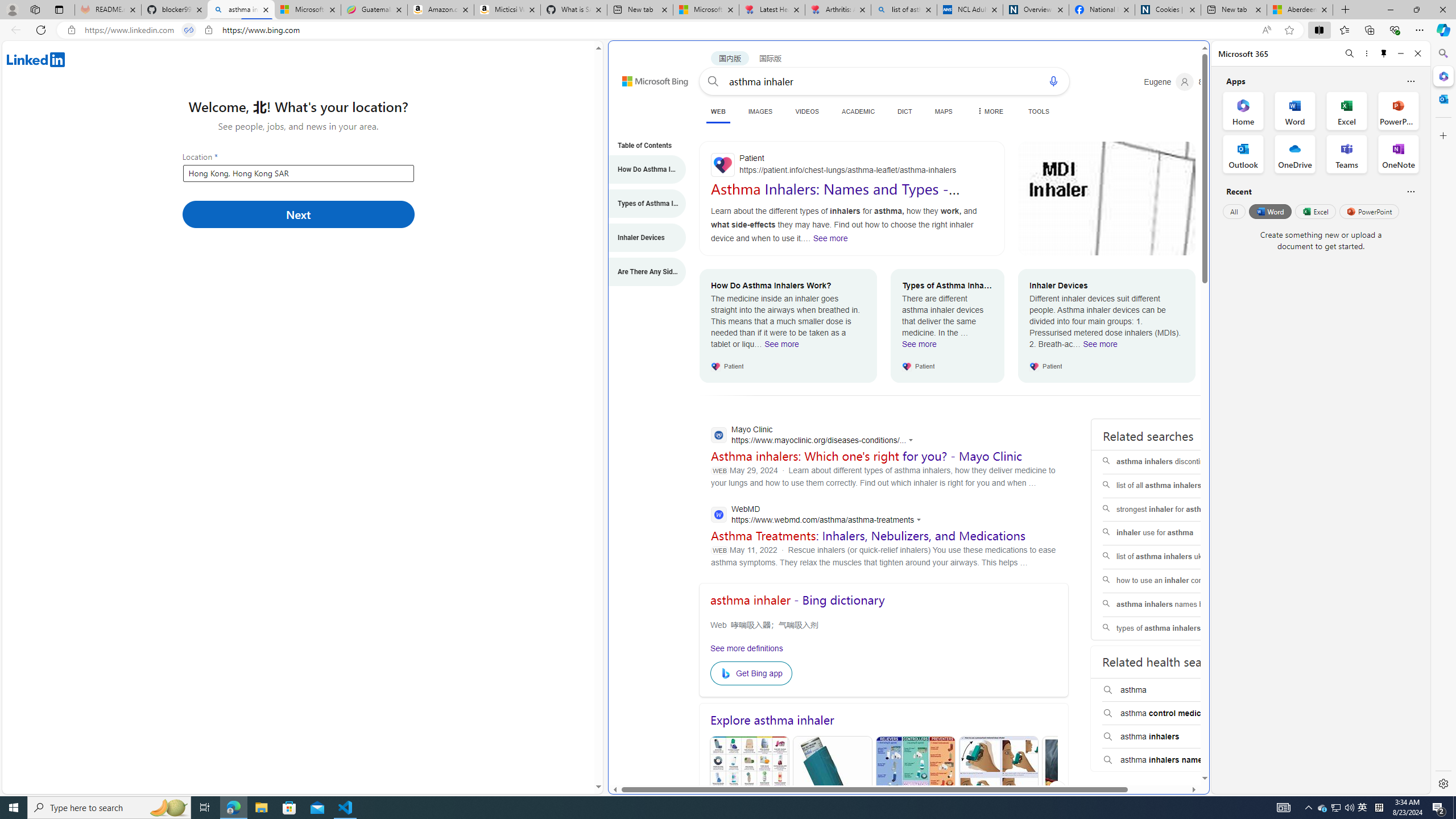 Image resolution: width=1456 pixels, height=819 pixels. What do you see at coordinates (1398, 154) in the screenshot?
I see `'OneNote Office App'` at bounding box center [1398, 154].